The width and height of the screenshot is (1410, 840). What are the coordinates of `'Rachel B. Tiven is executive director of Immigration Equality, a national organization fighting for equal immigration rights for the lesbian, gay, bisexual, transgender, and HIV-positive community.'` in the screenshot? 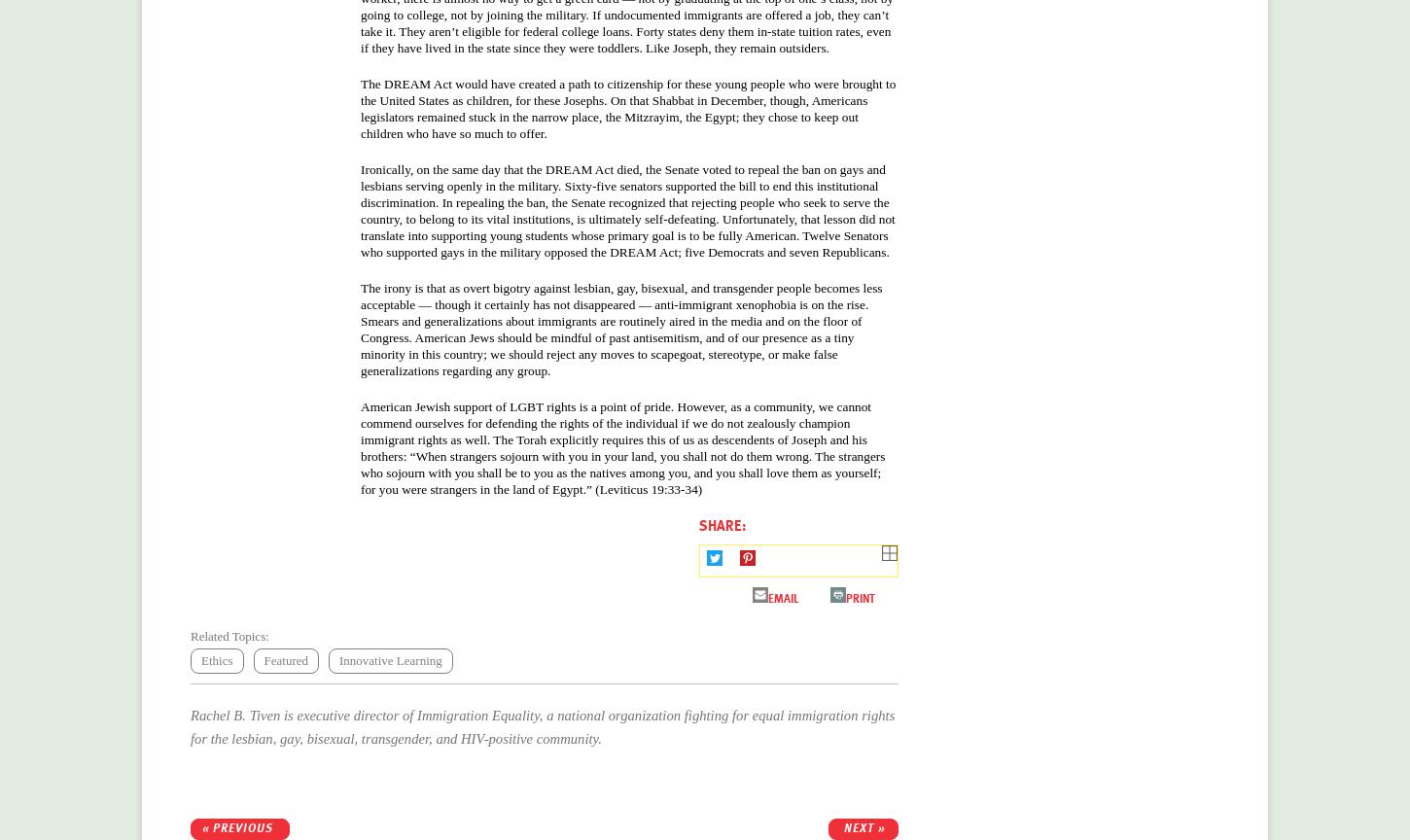 It's located at (542, 726).